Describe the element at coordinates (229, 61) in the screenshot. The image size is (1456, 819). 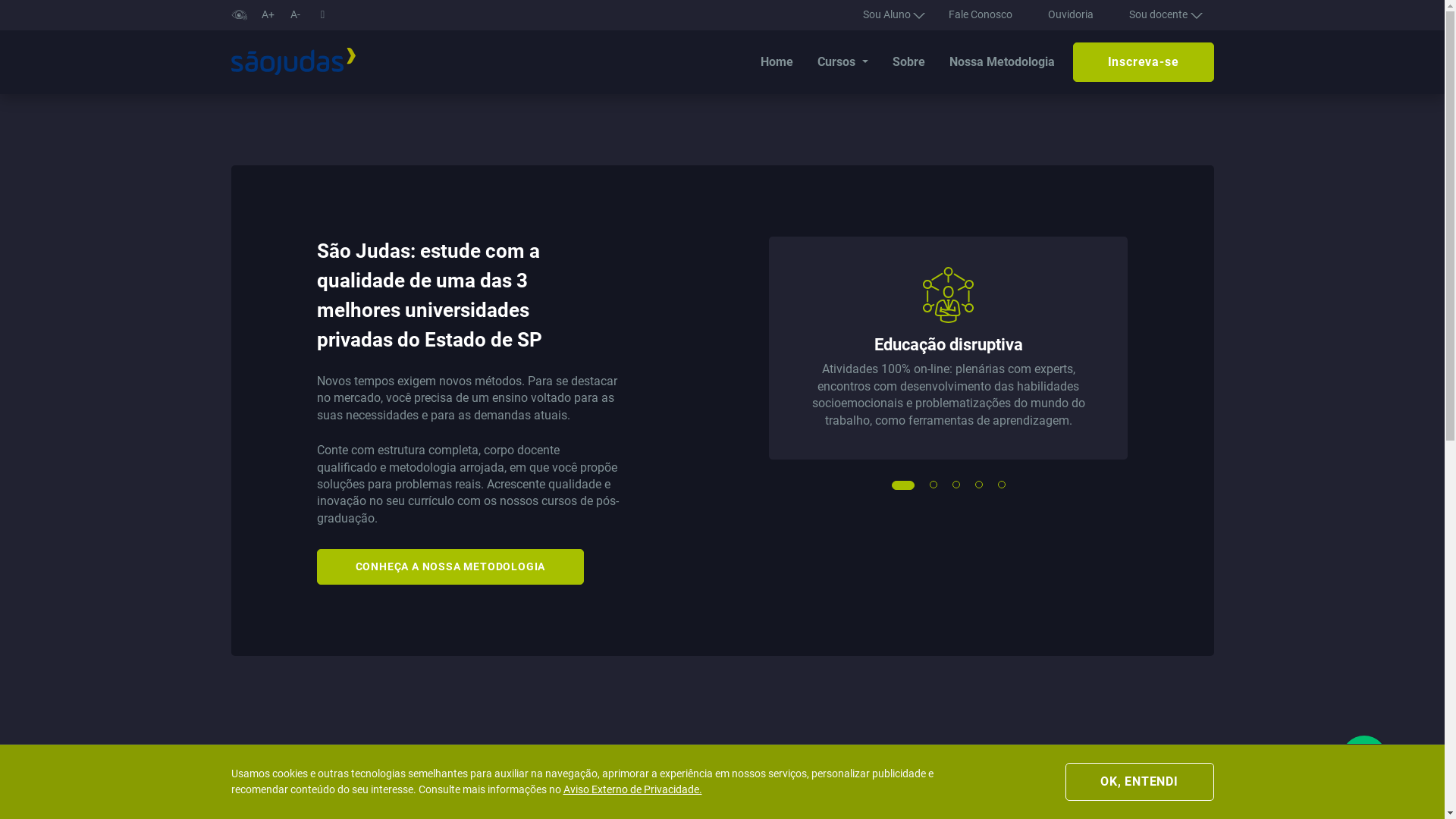
I see `'USJT'` at that location.